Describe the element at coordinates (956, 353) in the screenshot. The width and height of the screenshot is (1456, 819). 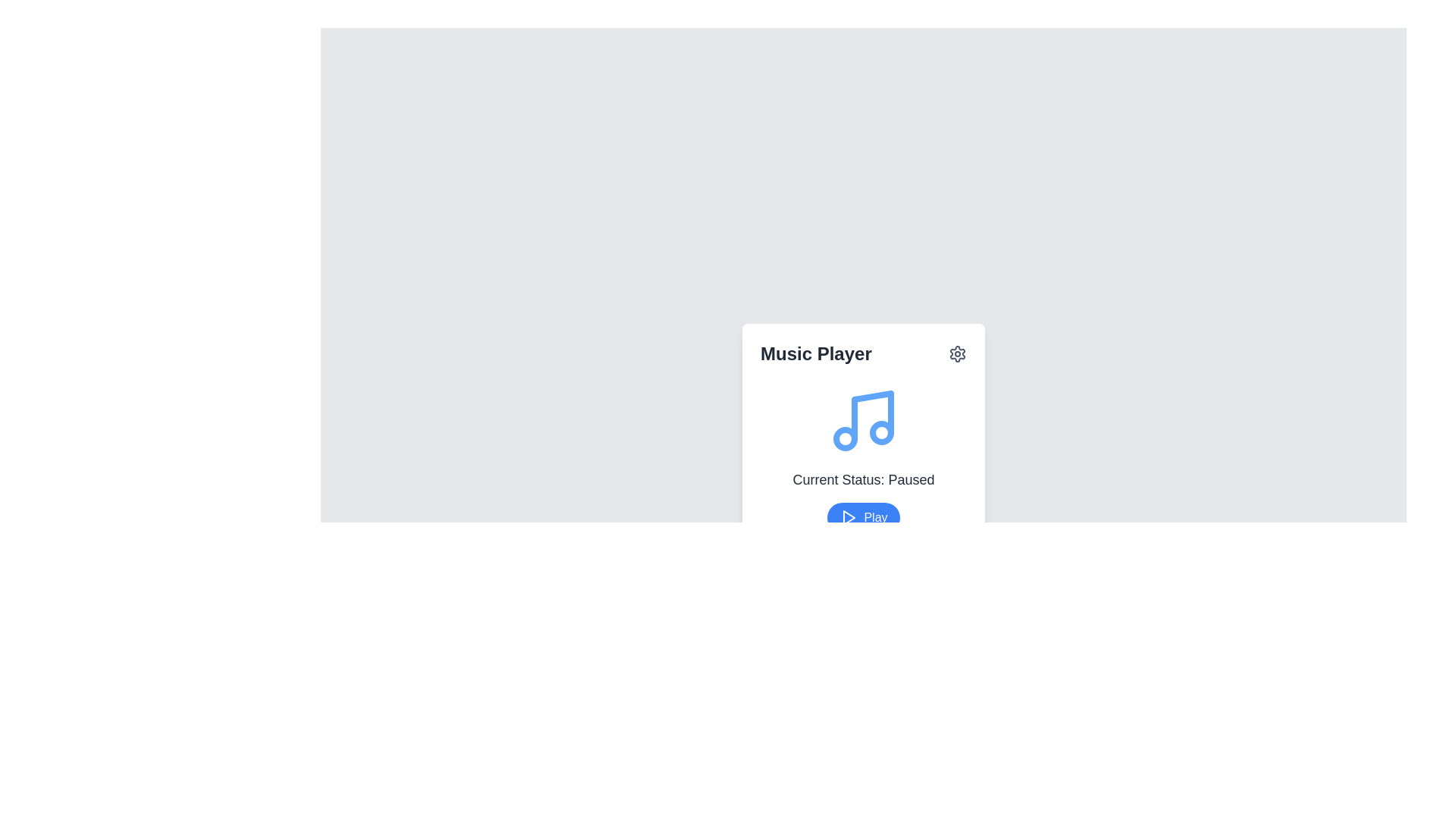
I see `the settings icon located in the header of the 'Music Player' section` at that location.